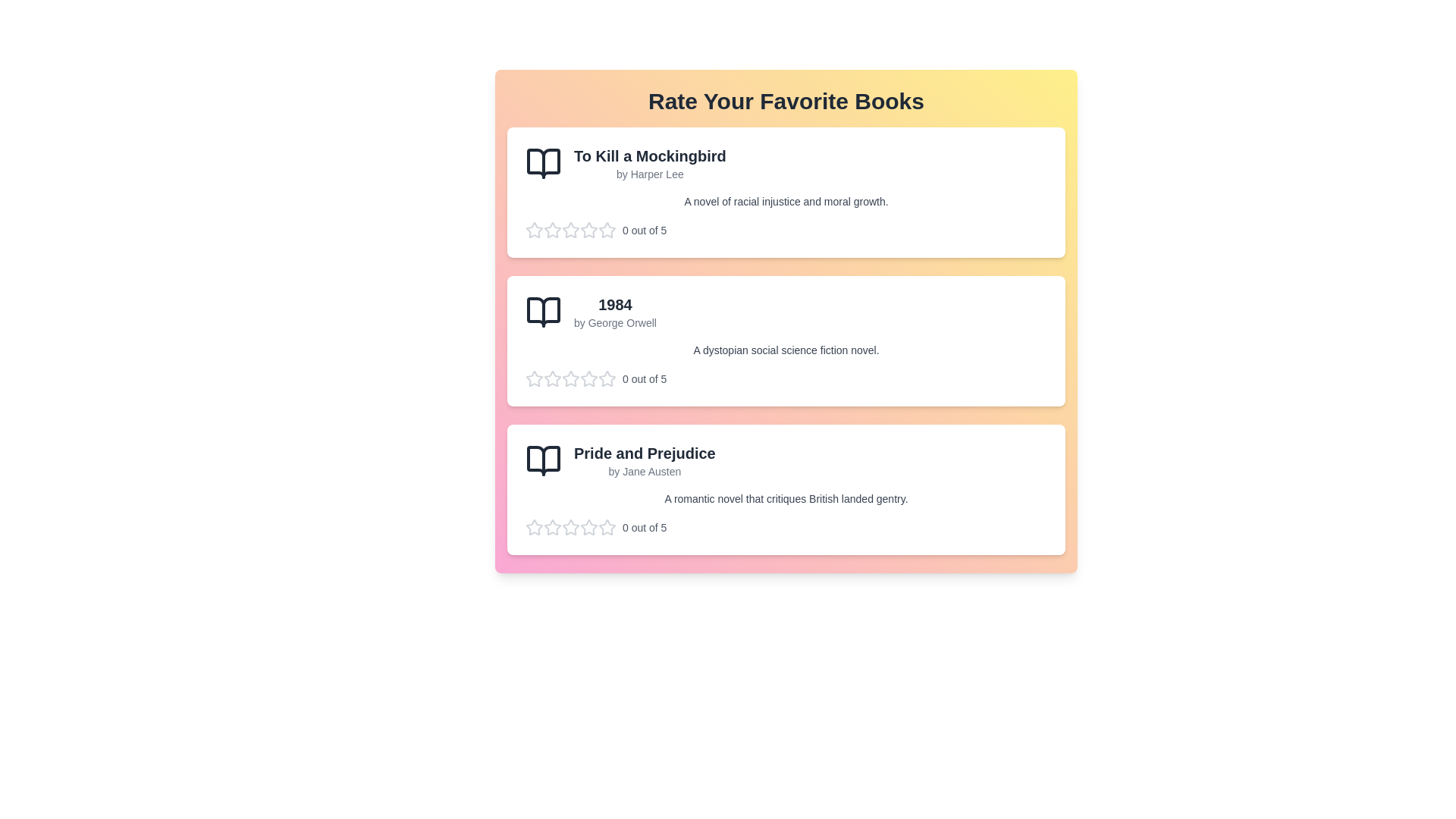 This screenshot has height=819, width=1456. What do you see at coordinates (535, 378) in the screenshot?
I see `the first star button in the rating system for the book '1984' by George Orwell to visually enlarge it` at bounding box center [535, 378].